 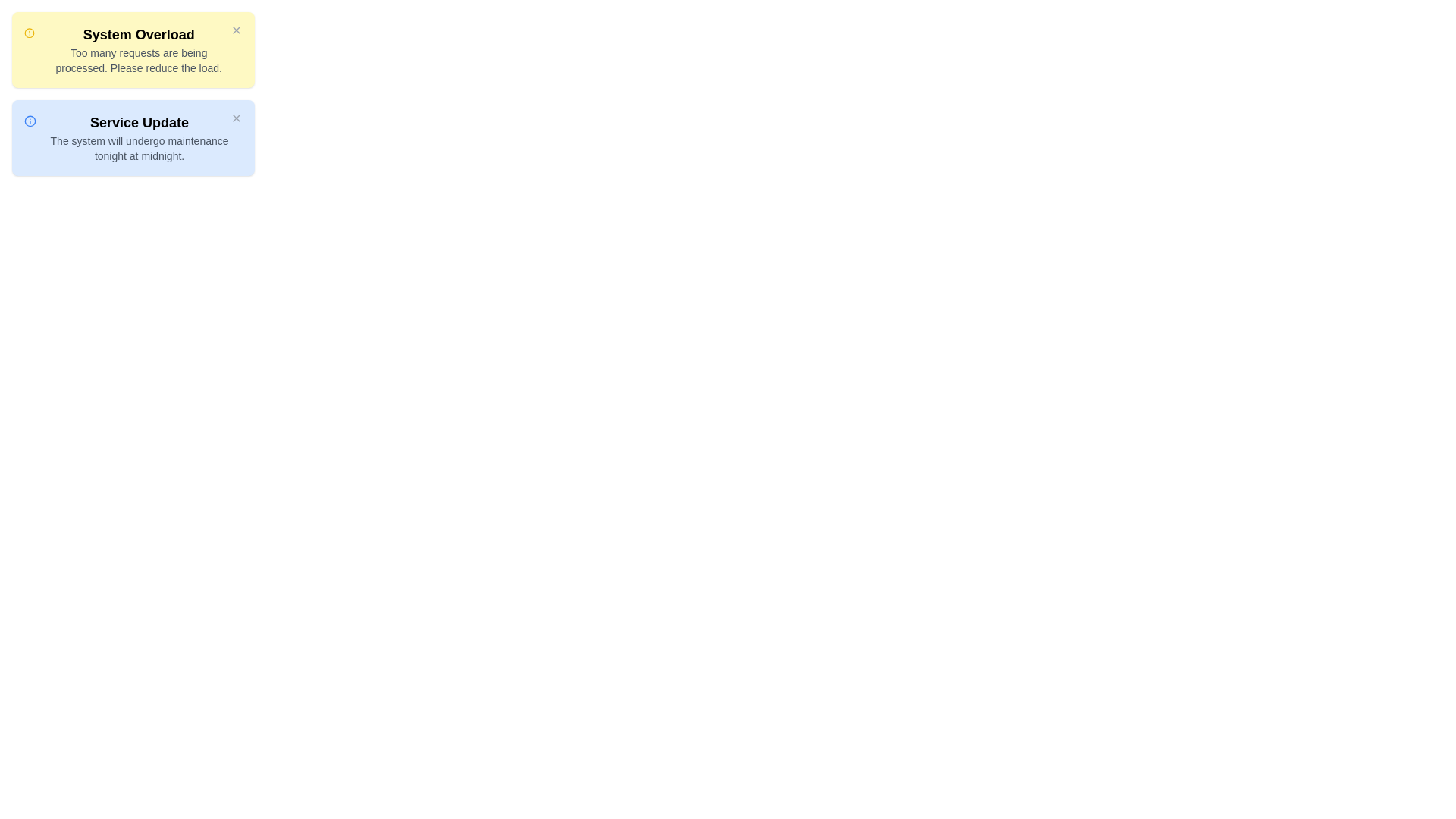 I want to click on displayed text of the 'Service Update' label, which is a bold, large-sized font text located at the top of a blue notification box, so click(x=140, y=122).